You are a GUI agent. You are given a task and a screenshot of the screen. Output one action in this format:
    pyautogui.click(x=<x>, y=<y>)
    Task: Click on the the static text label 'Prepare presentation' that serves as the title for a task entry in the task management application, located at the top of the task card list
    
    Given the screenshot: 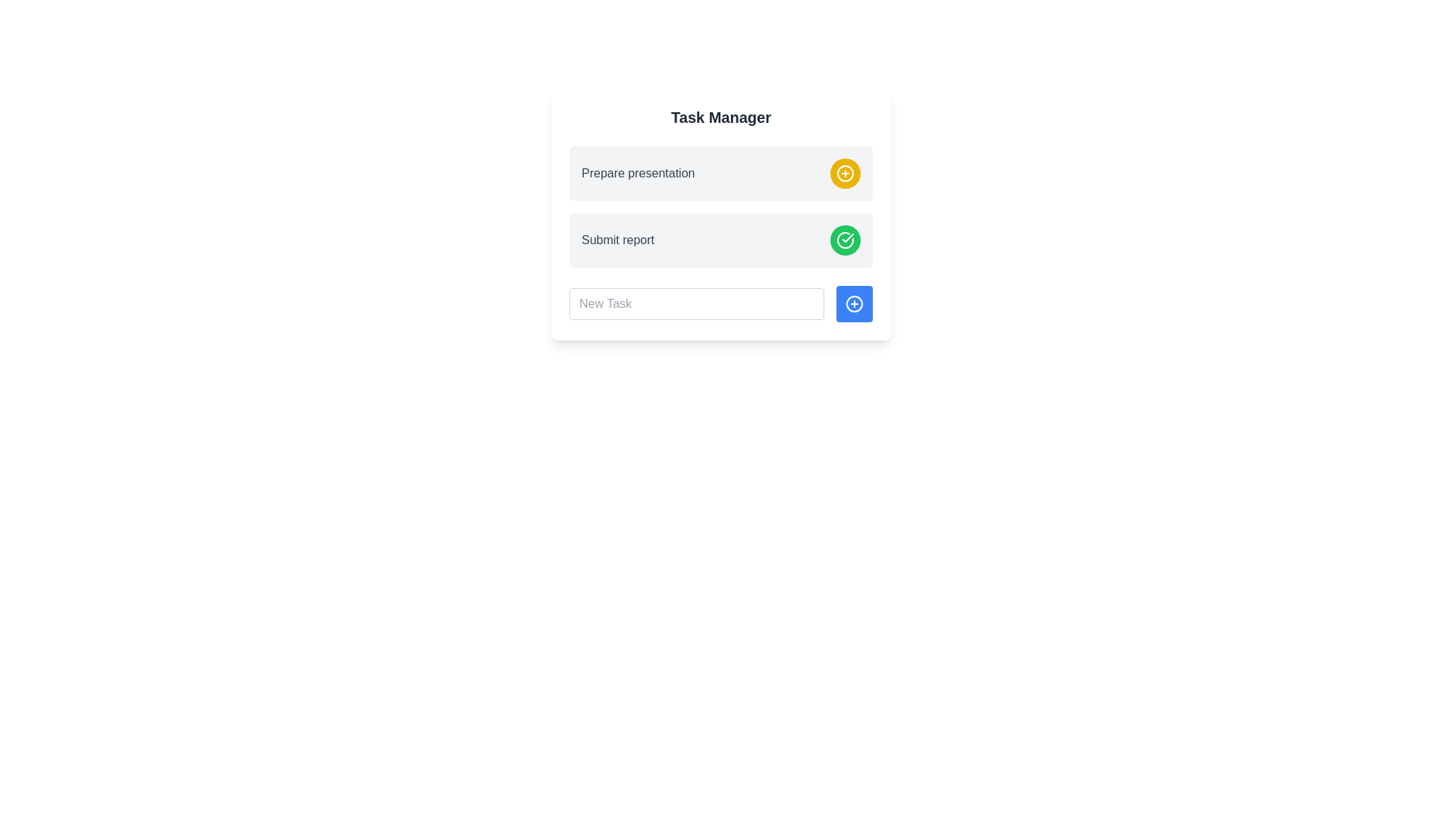 What is the action you would take?
    pyautogui.click(x=638, y=172)
    